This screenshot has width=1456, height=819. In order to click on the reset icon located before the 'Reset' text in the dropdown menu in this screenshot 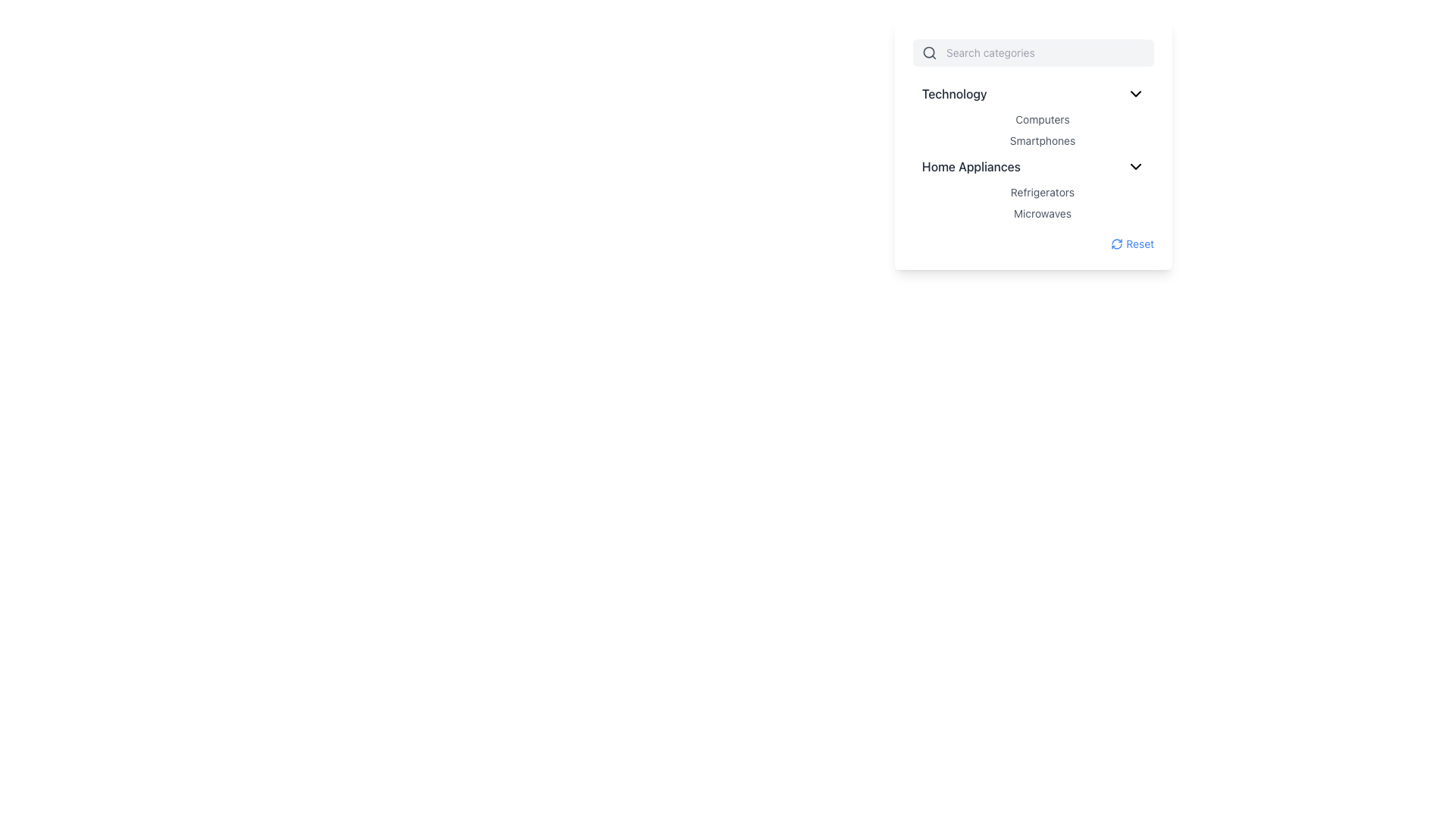, I will do `click(1117, 243)`.